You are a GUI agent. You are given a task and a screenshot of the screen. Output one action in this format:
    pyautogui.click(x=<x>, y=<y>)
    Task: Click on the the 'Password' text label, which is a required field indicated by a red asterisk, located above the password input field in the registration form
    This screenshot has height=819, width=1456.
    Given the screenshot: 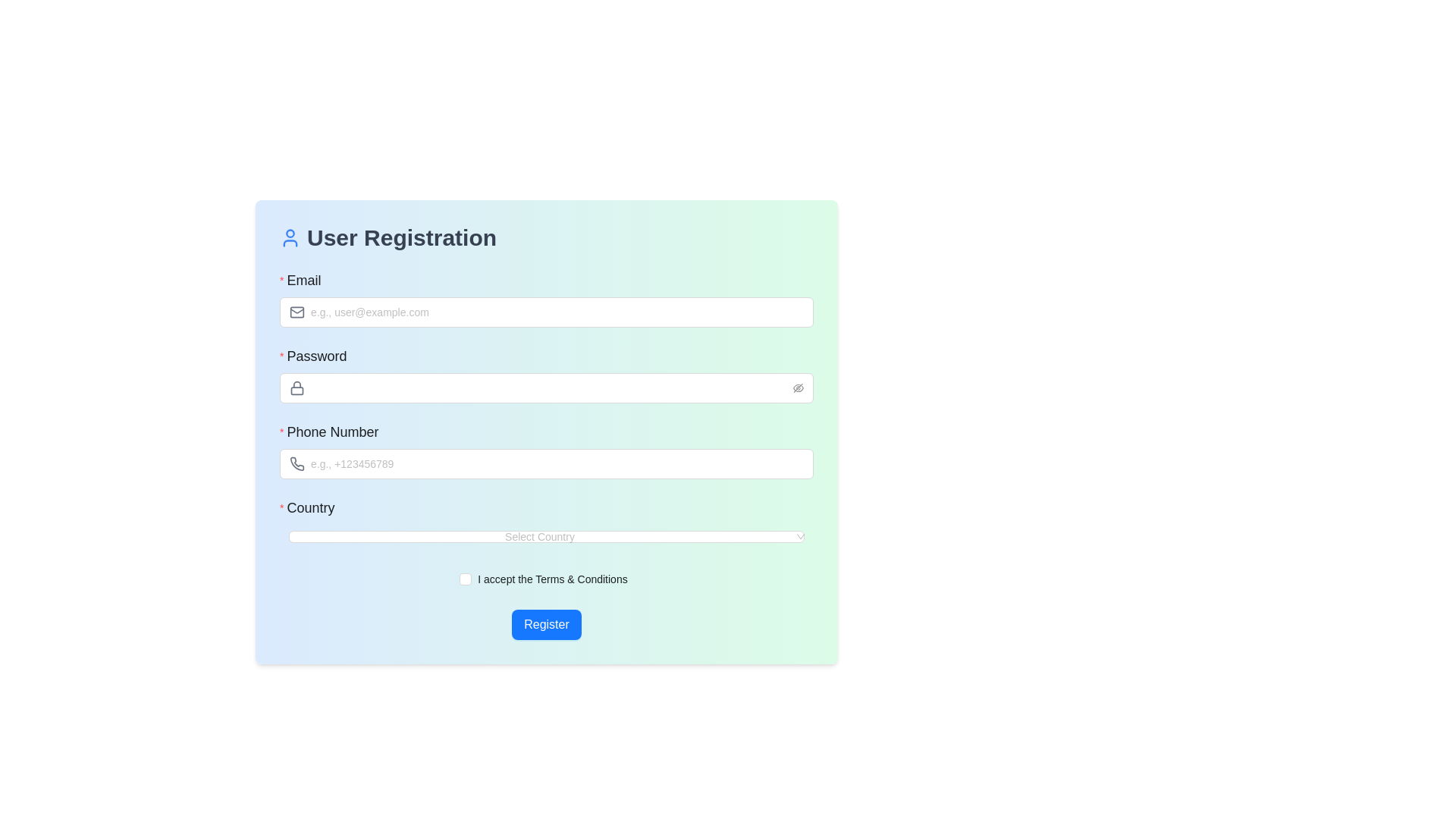 What is the action you would take?
    pyautogui.click(x=318, y=356)
    